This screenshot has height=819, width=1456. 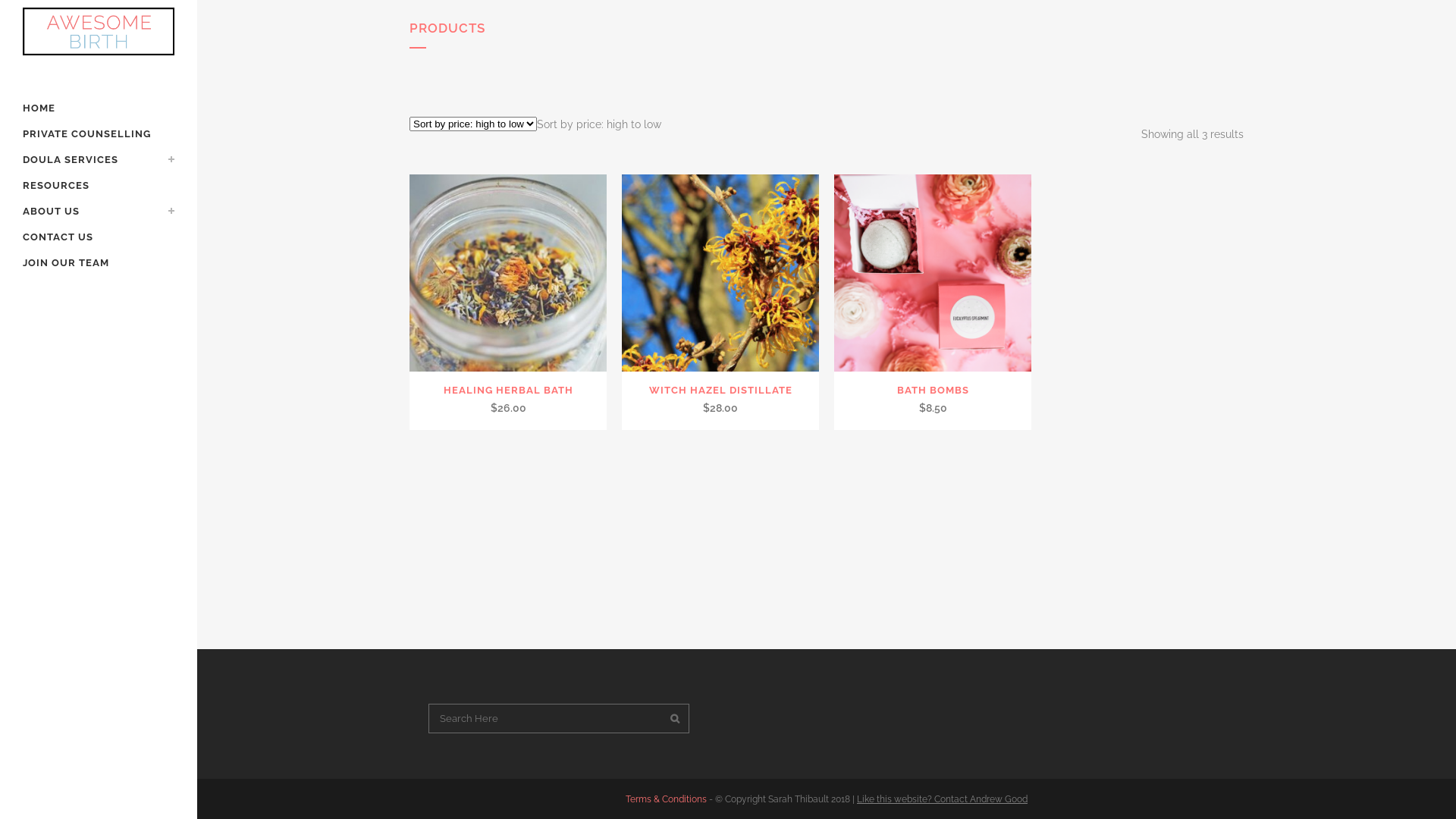 What do you see at coordinates (856, 798) in the screenshot?
I see `'Like this website? Contact Andrew Good'` at bounding box center [856, 798].